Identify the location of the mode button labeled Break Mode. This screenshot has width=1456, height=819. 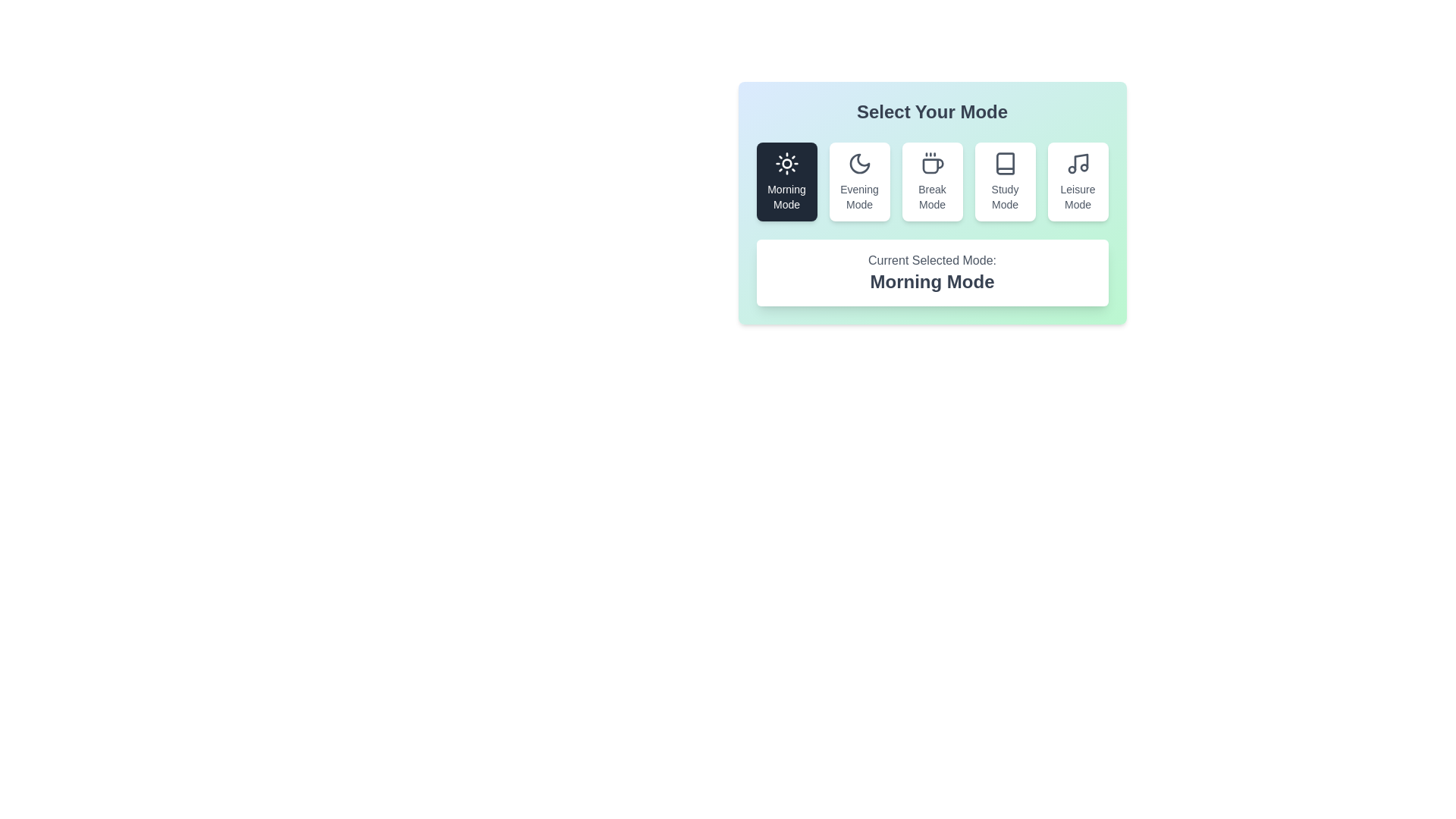
(931, 180).